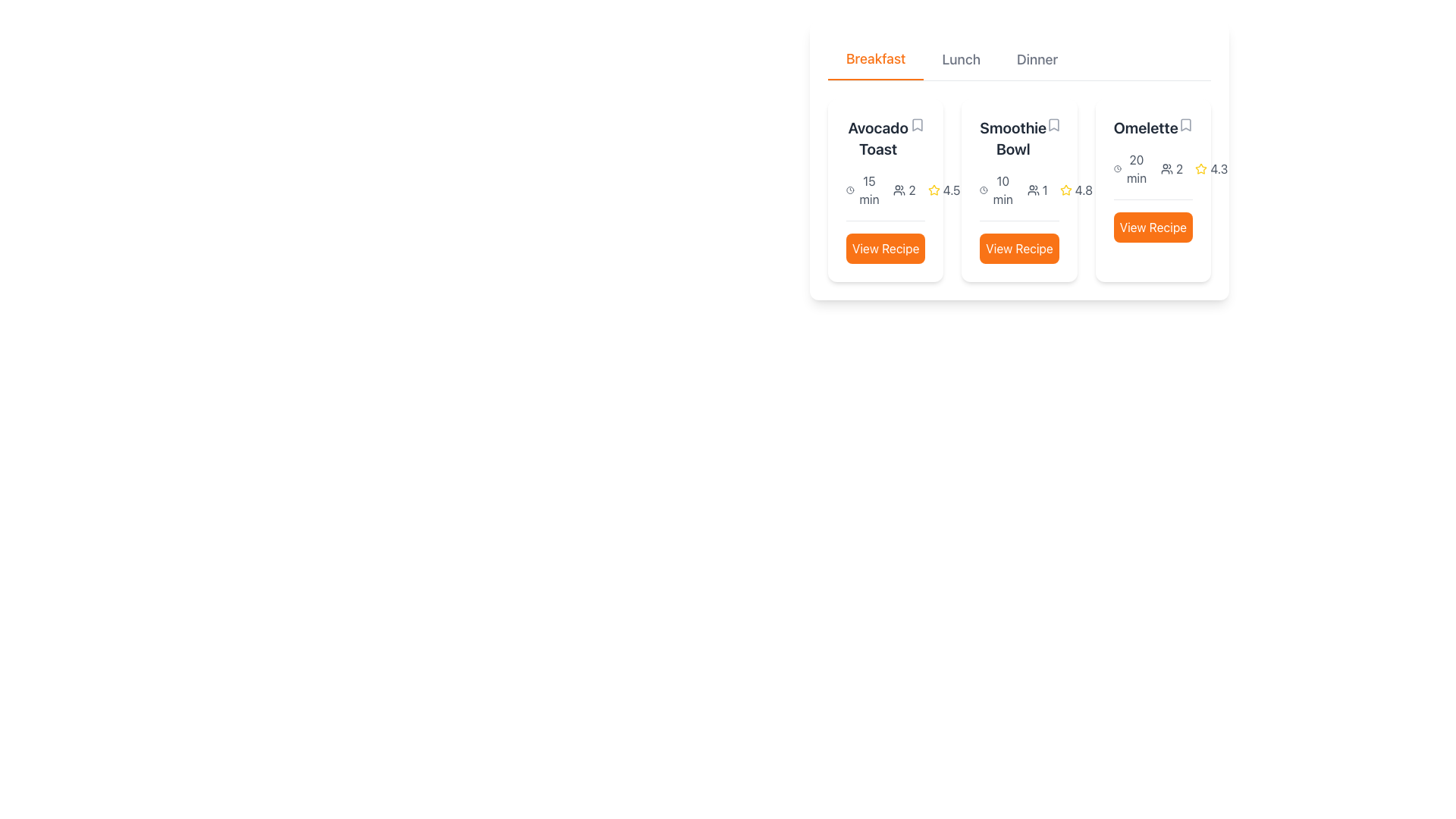 The image size is (1456, 819). What do you see at coordinates (1171, 169) in the screenshot?
I see `the text displaying the number '2' adjacent to the user icon, located in the middle section of the 'Omelette' card` at bounding box center [1171, 169].